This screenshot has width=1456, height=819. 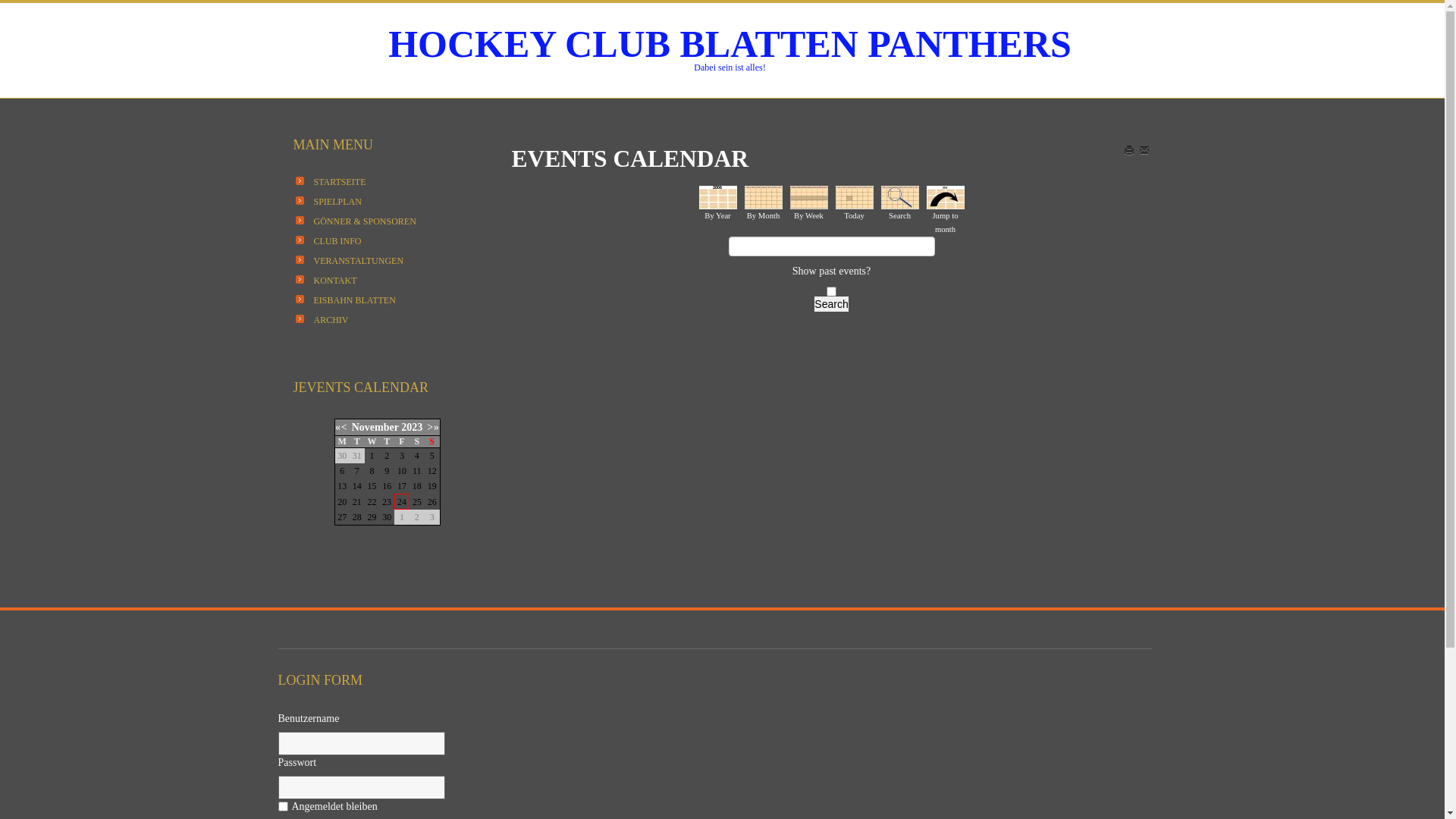 What do you see at coordinates (386, 516) in the screenshot?
I see `'30'` at bounding box center [386, 516].